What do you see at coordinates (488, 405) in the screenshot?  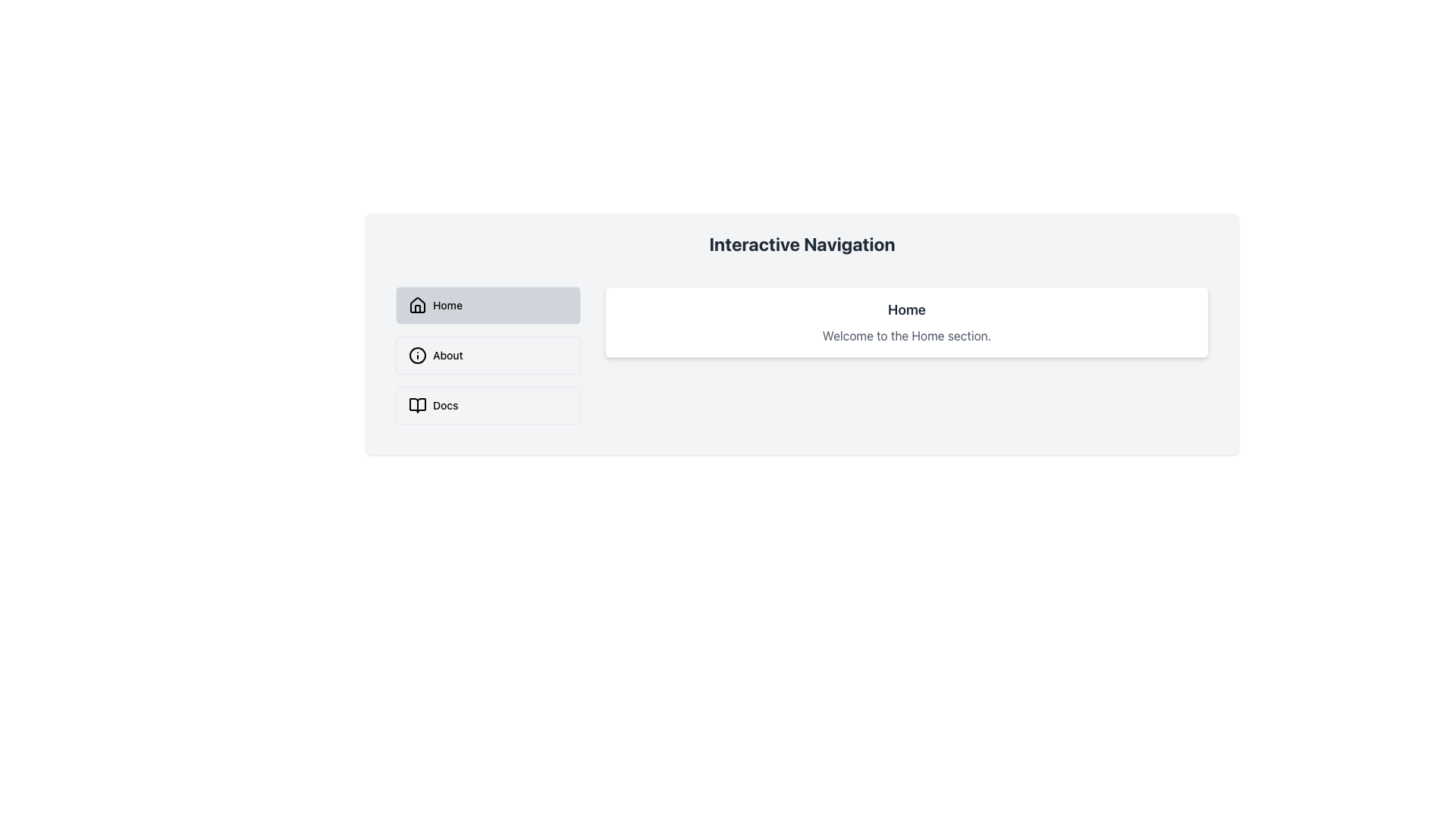 I see `the 'Docs' button located at the bottom of the navigation section` at bounding box center [488, 405].